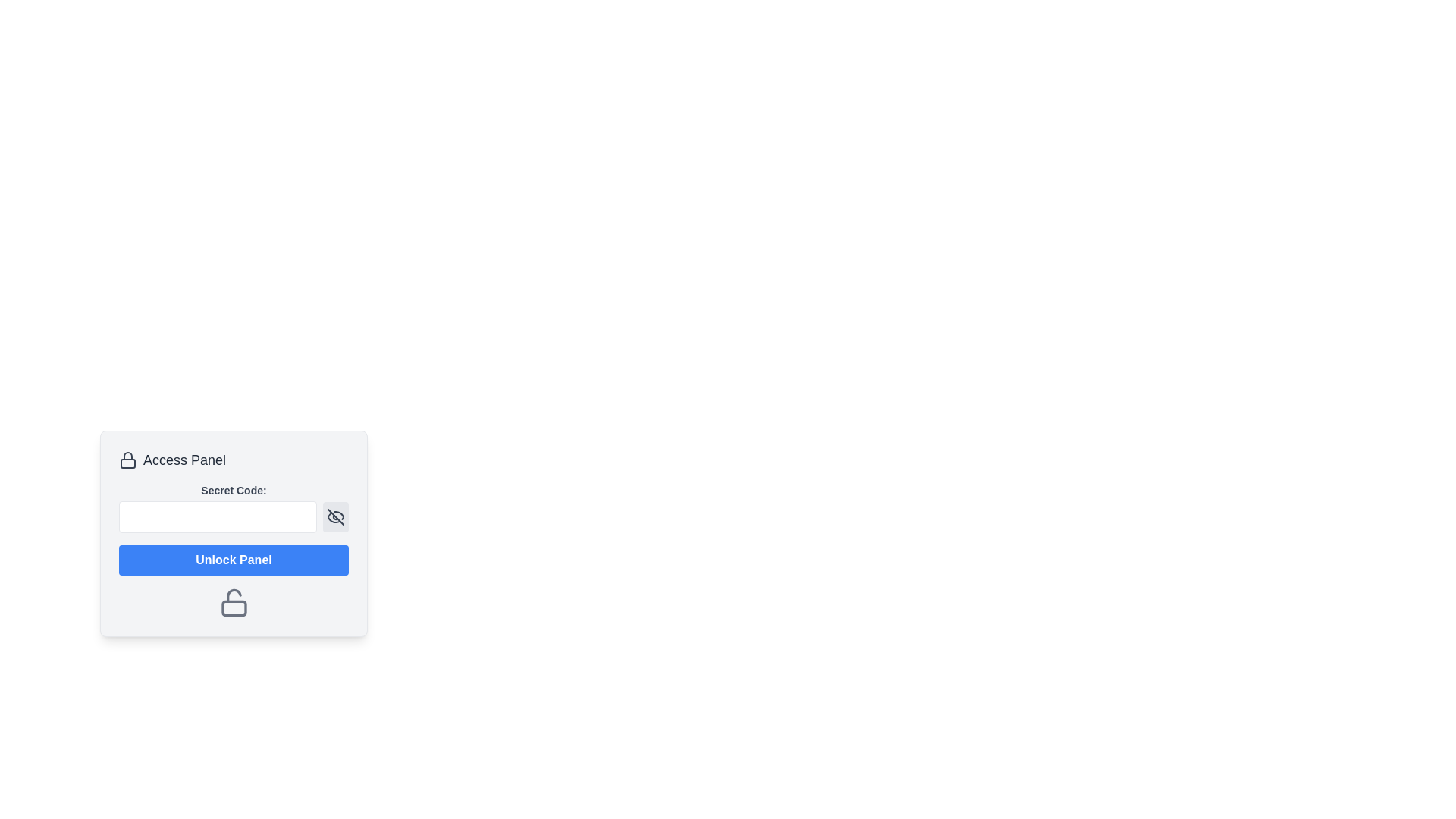 The width and height of the screenshot is (1456, 819). What do you see at coordinates (233, 607) in the screenshot?
I see `the visual effect changes of the rectangular graphical decoration located inside the open lock icon, positioned below the 'Unlock Panel' button` at bounding box center [233, 607].